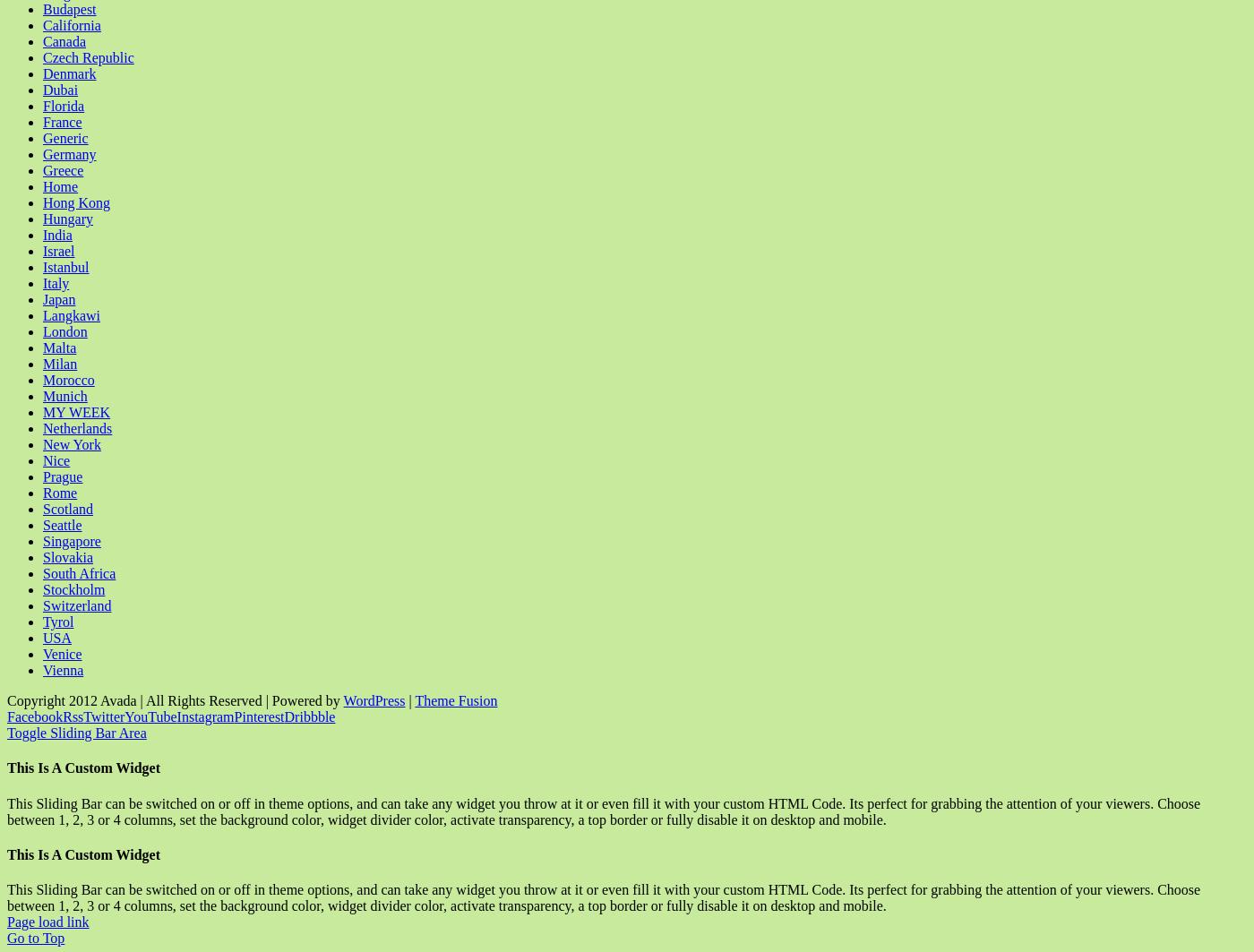  Describe the element at coordinates (76, 412) in the screenshot. I see `'MY WEEK'` at that location.